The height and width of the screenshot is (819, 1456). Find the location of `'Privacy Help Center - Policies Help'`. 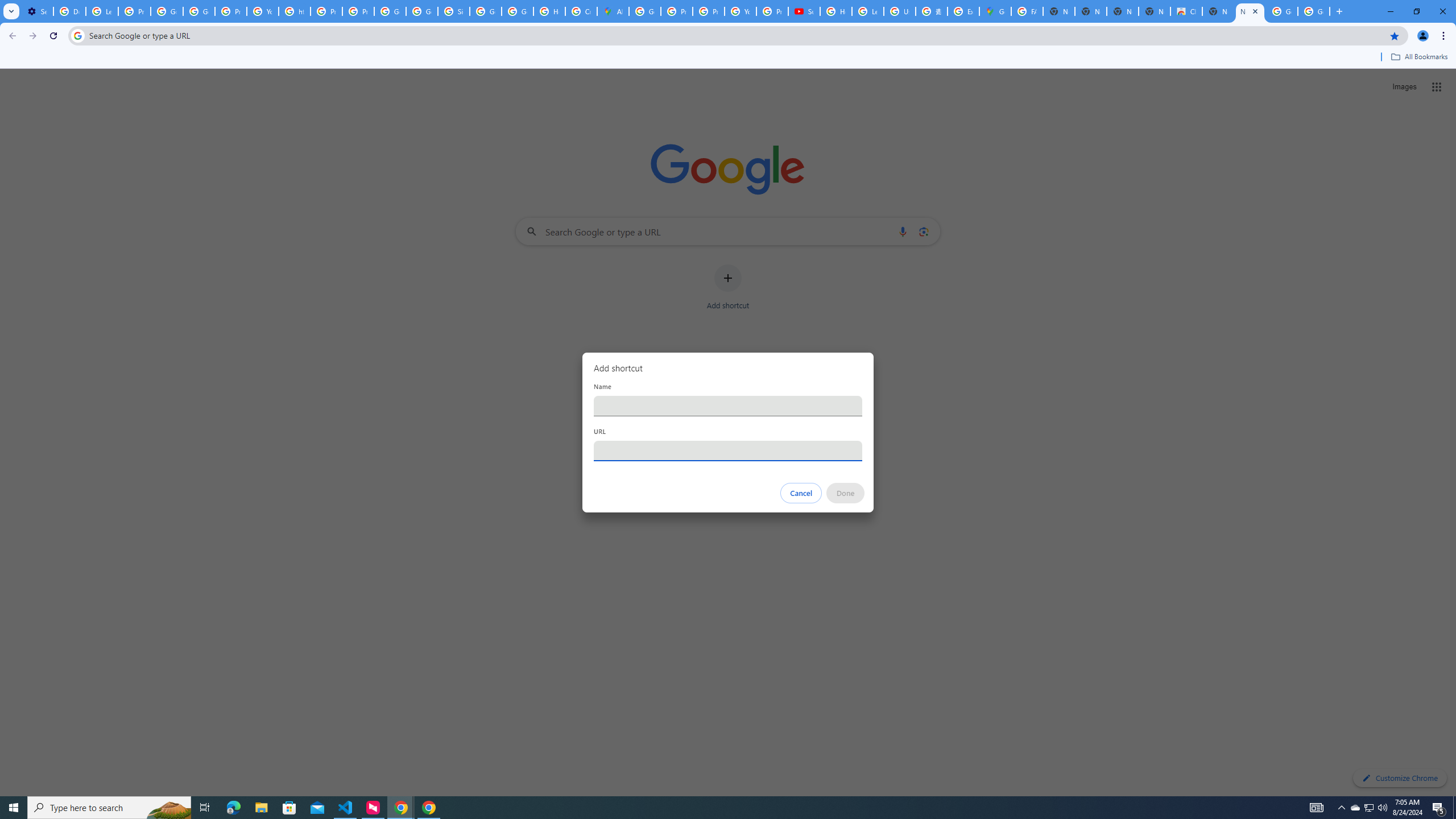

'Privacy Help Center - Policies Help' is located at coordinates (676, 11).